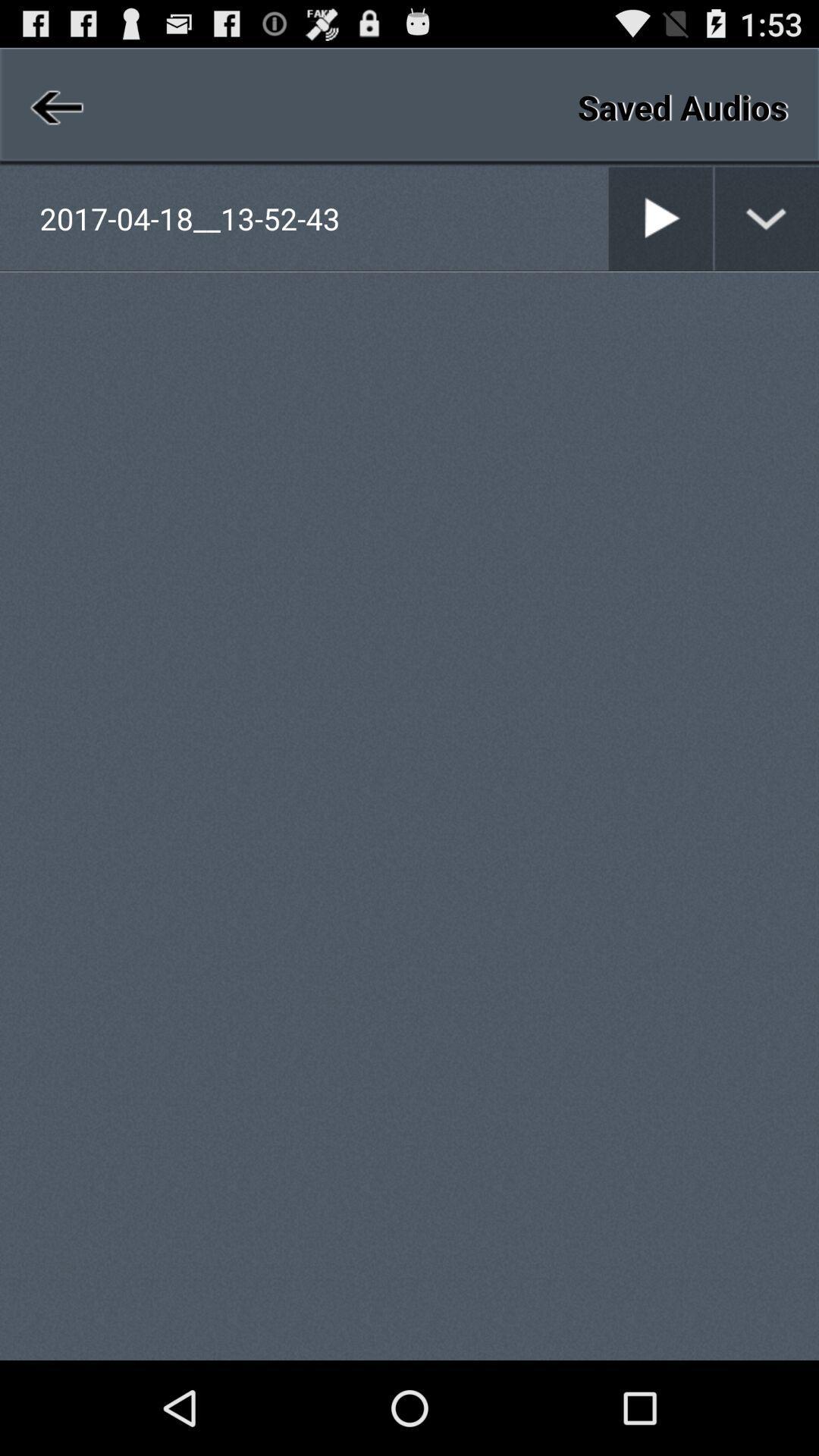 This screenshot has height=1456, width=819. Describe the element at coordinates (767, 218) in the screenshot. I see `more information` at that location.